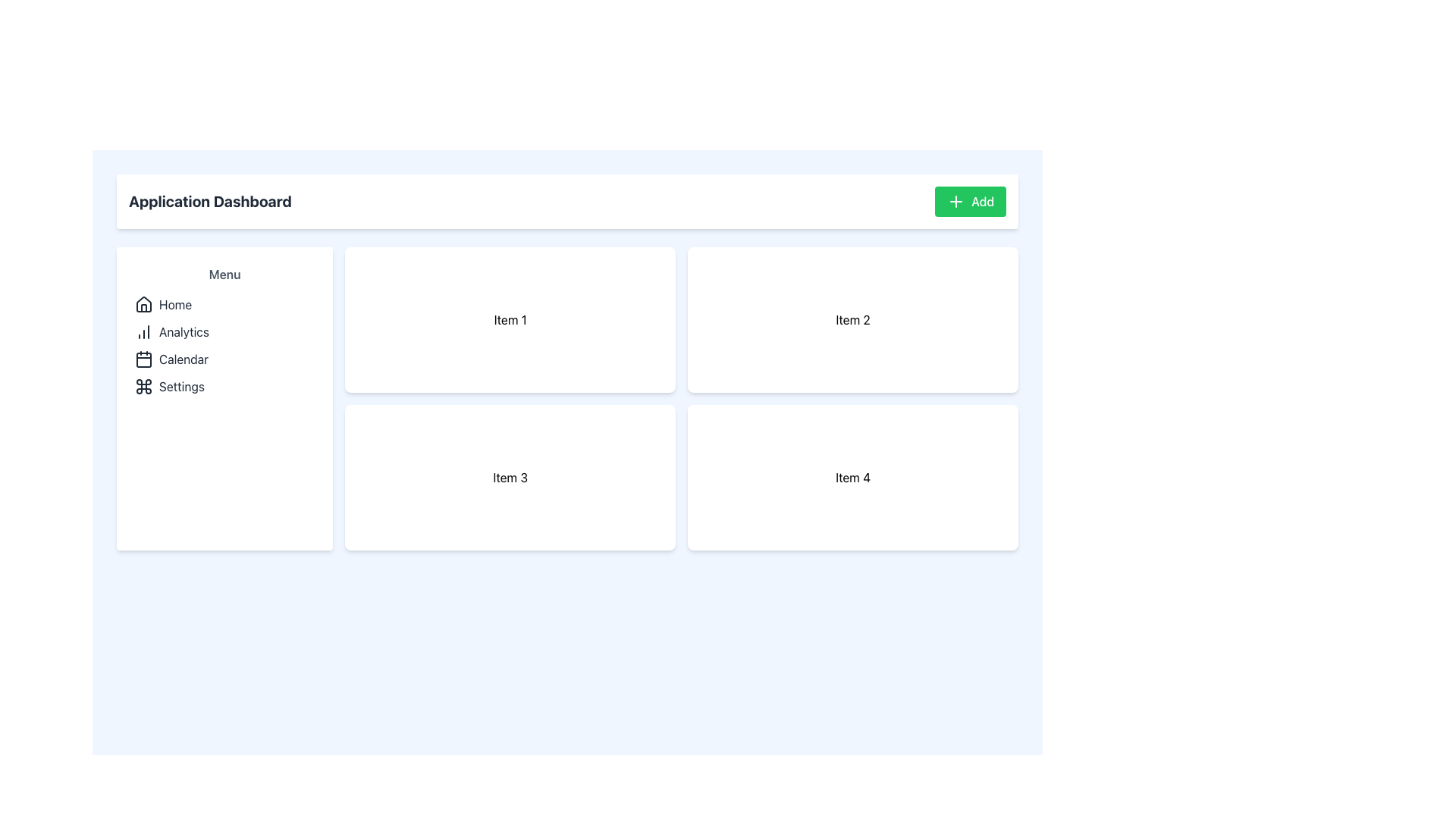 The image size is (1456, 819). Describe the element at coordinates (971, 201) in the screenshot. I see `the 'Add' button with a green background and white text` at that location.